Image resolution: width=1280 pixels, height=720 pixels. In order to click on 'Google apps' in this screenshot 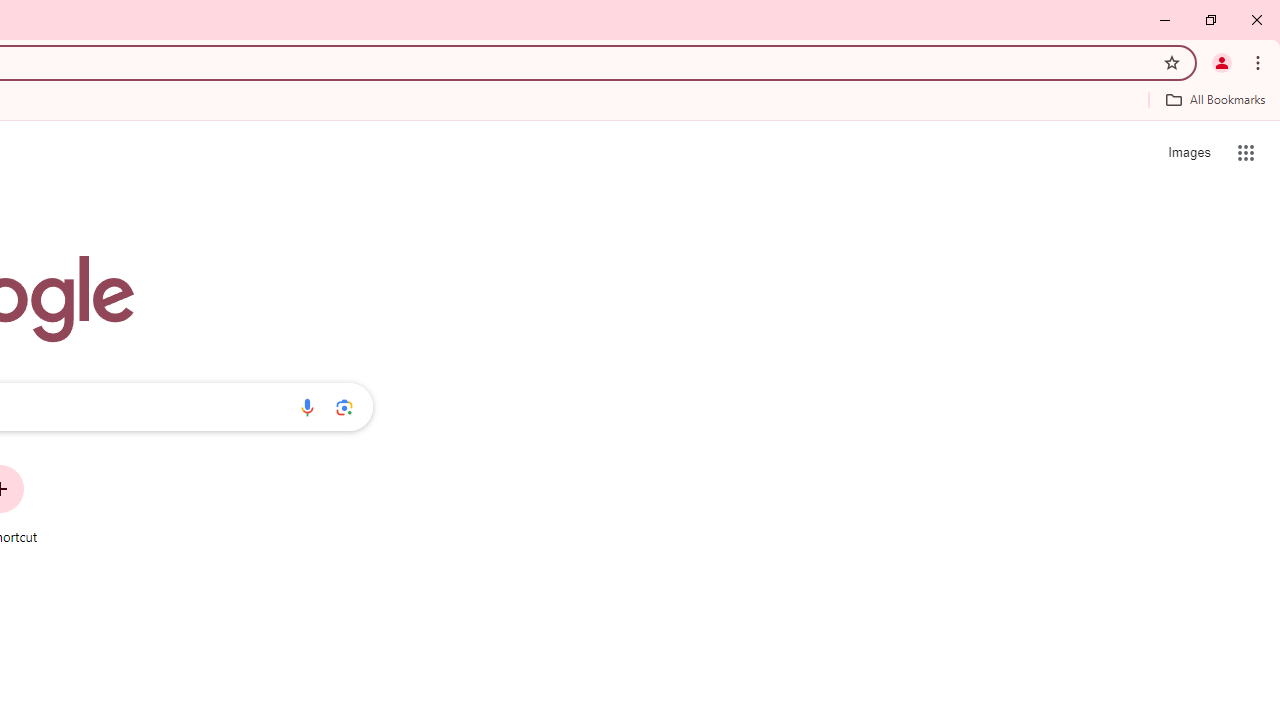, I will do `click(1245, 152)`.